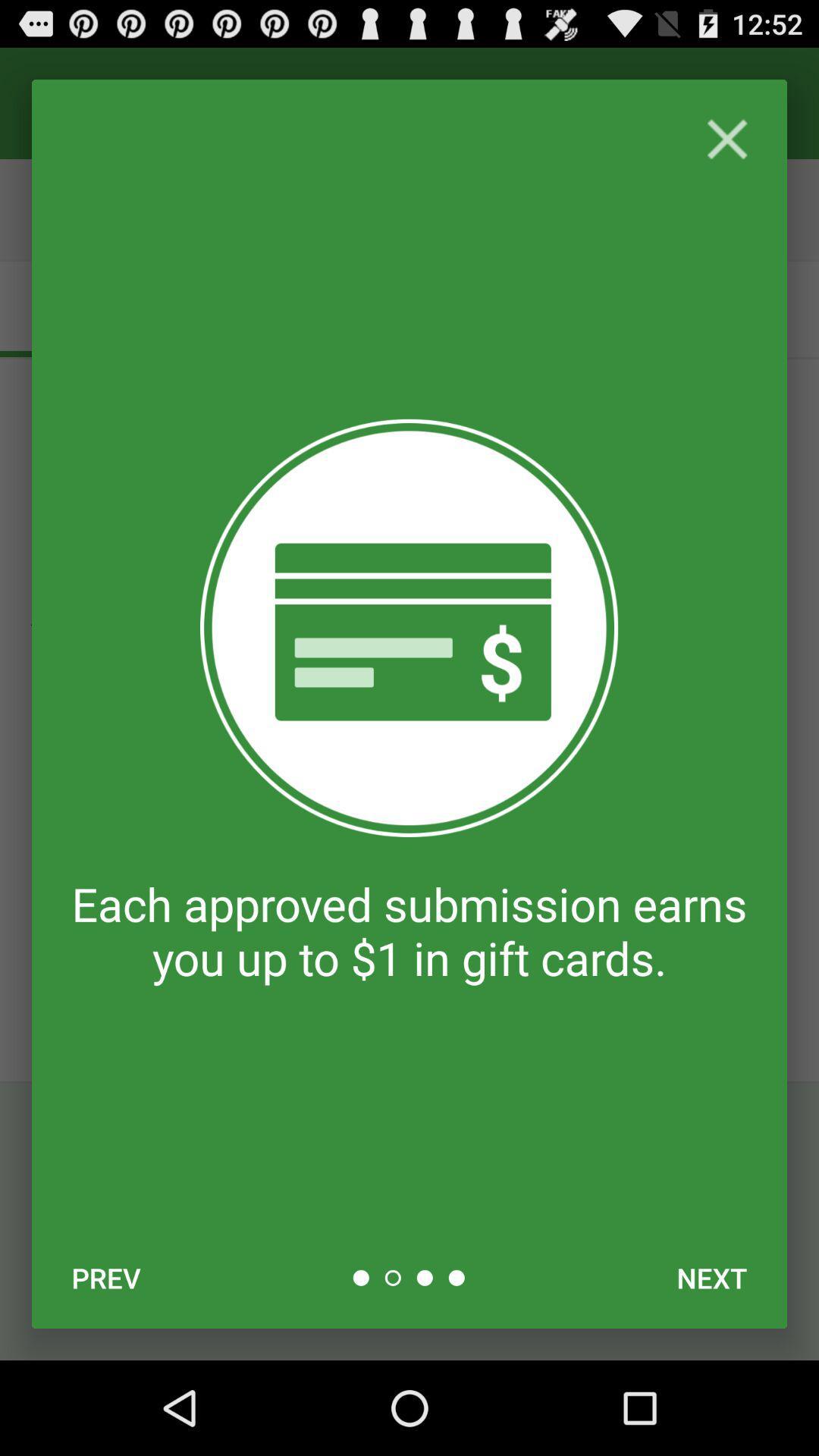 The image size is (819, 1456). Describe the element at coordinates (105, 1277) in the screenshot. I see `the item below the each approved submission icon` at that location.